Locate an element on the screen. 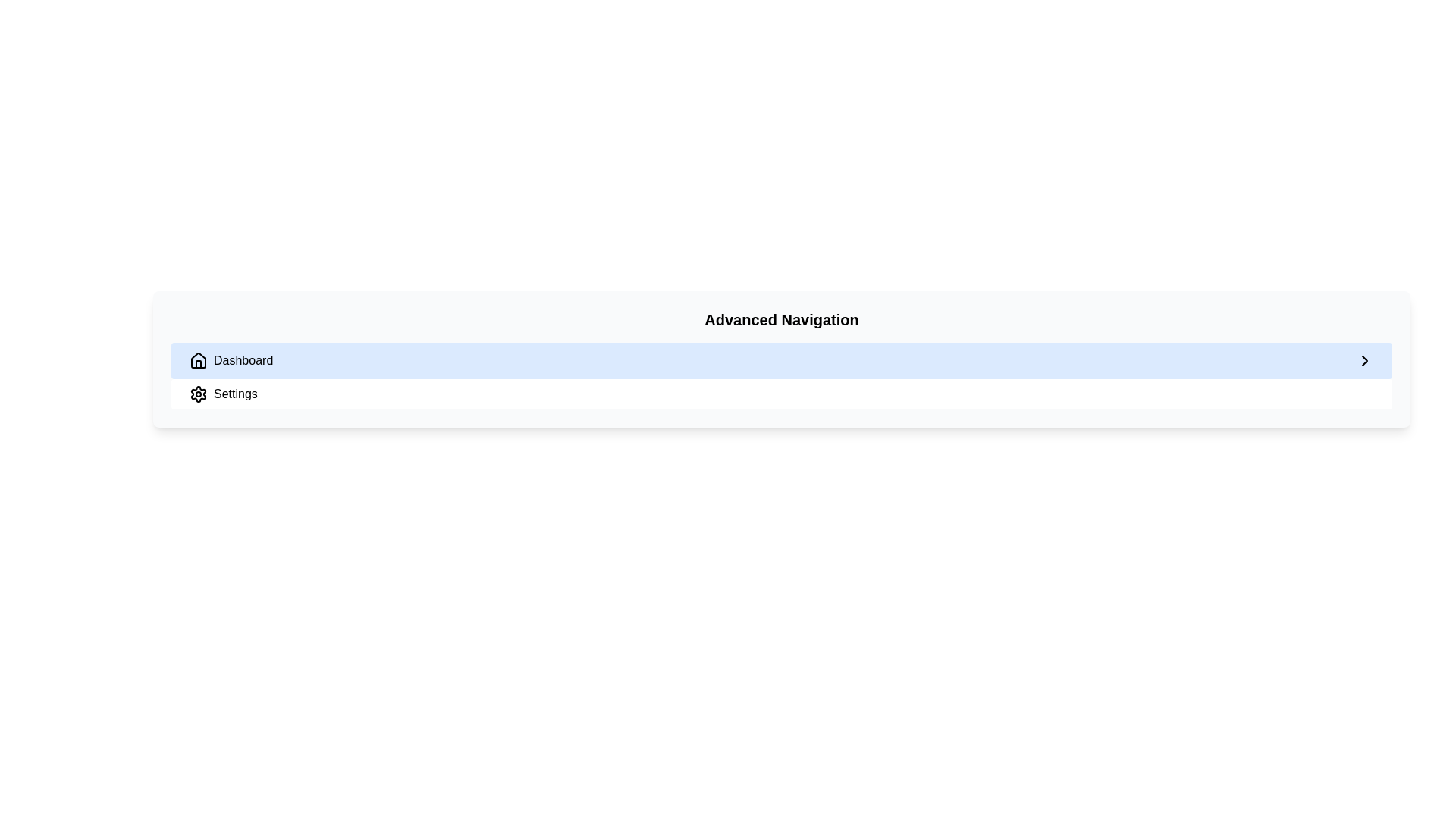 This screenshot has height=819, width=1456. the 'Dashboard' text label is located at coordinates (243, 360).